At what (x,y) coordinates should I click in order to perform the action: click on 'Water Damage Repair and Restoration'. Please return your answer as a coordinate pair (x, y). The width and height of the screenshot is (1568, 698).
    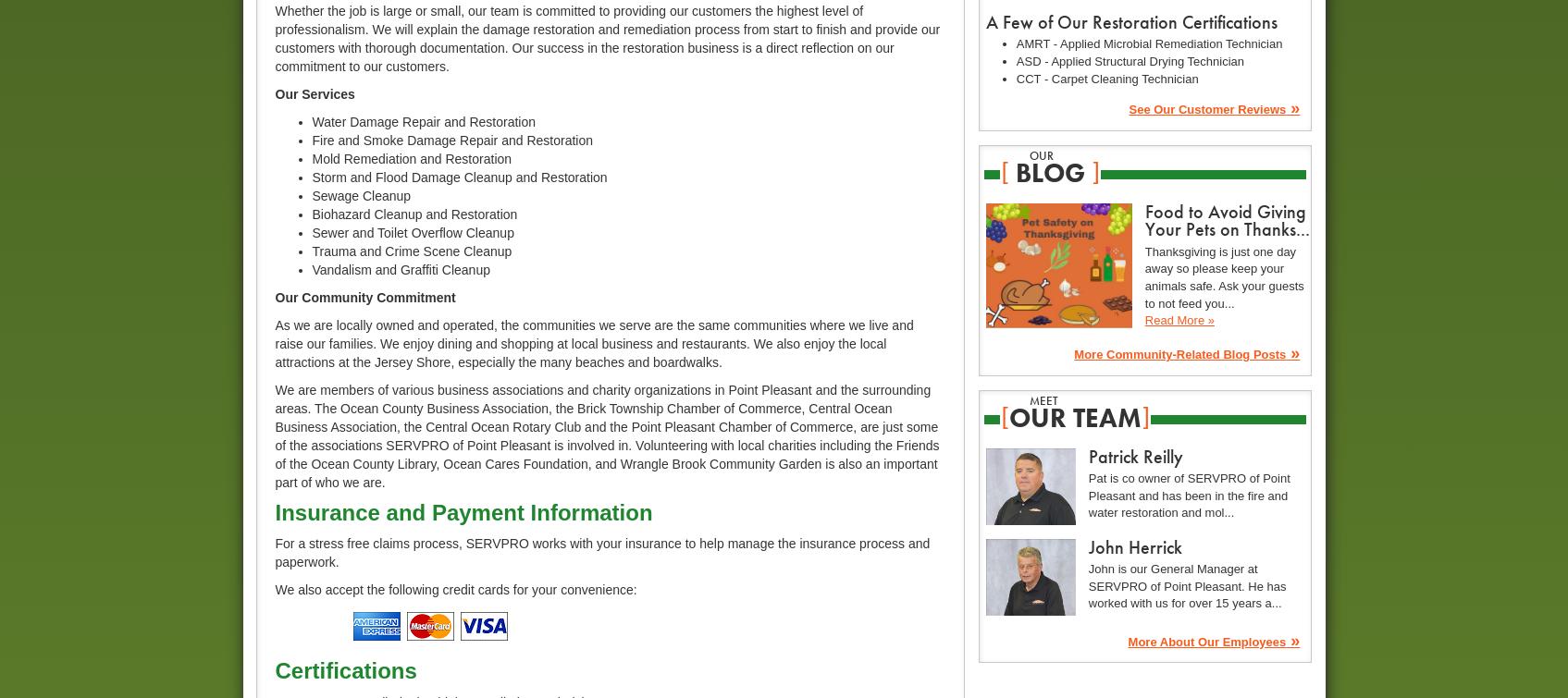
    Looking at the image, I should click on (422, 121).